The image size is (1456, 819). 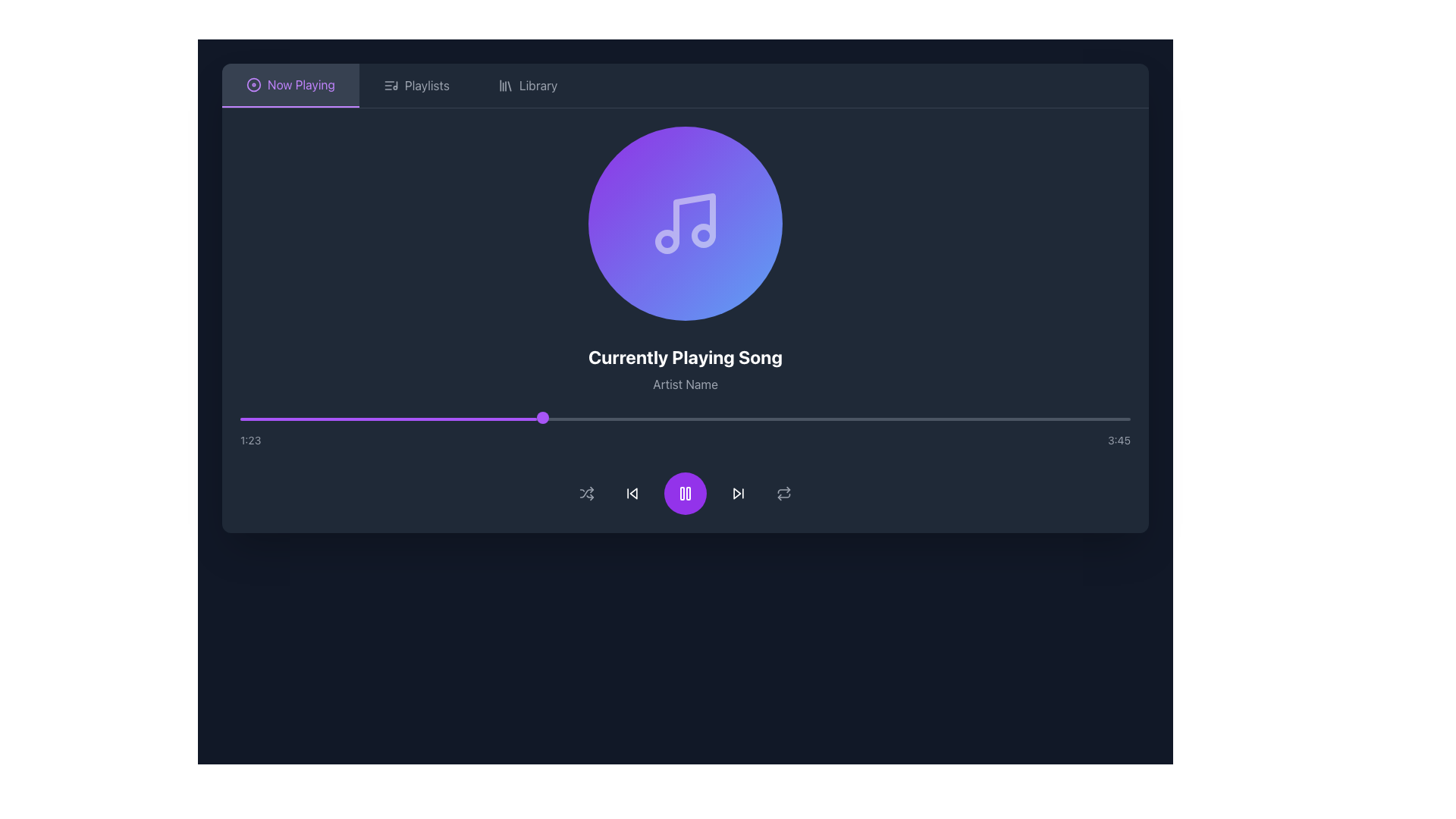 What do you see at coordinates (528, 85) in the screenshot?
I see `the navigation button that directs to the library section, located as the third item in the navigation bar` at bounding box center [528, 85].